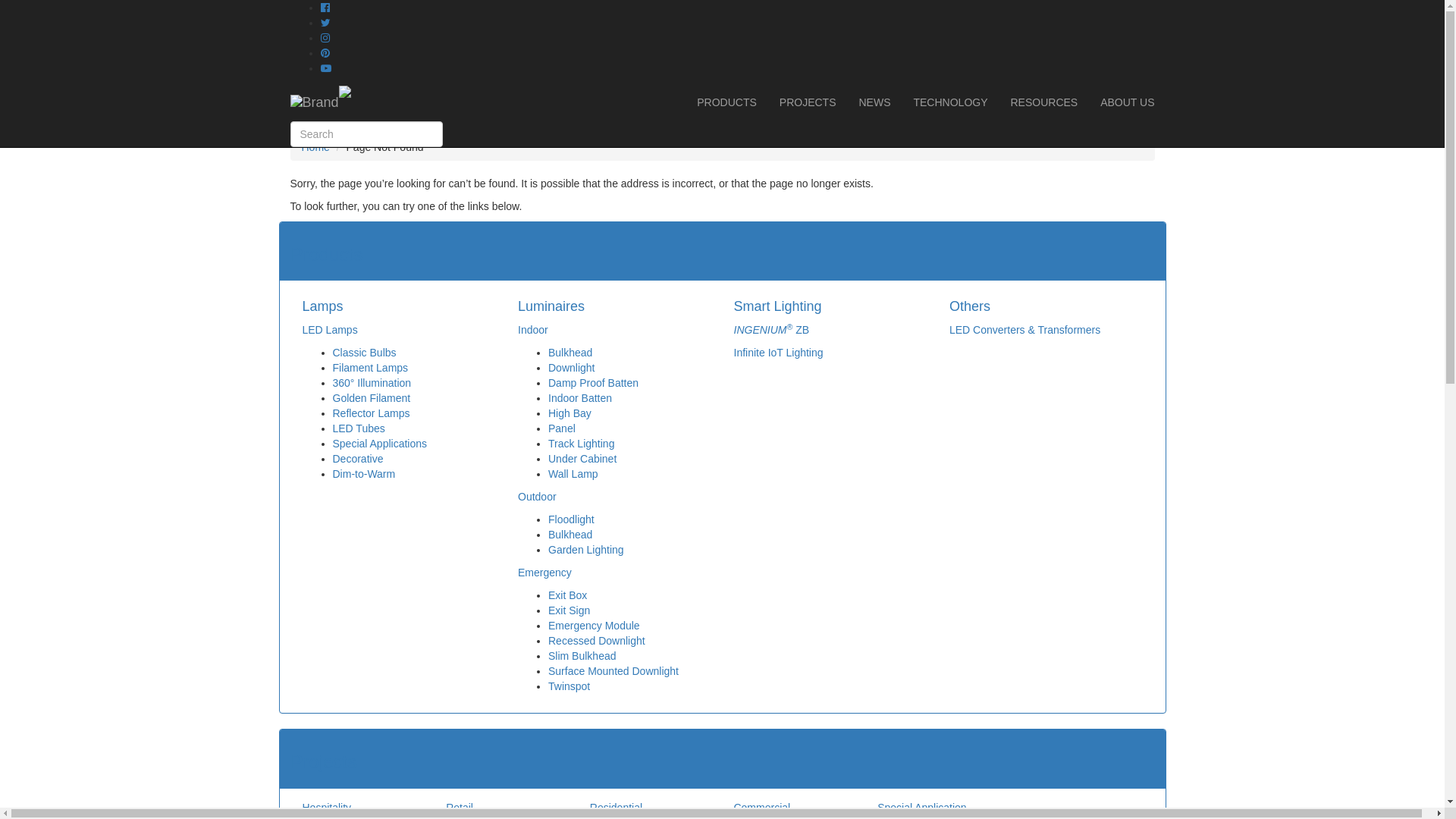  I want to click on 'Downlight', so click(570, 368).